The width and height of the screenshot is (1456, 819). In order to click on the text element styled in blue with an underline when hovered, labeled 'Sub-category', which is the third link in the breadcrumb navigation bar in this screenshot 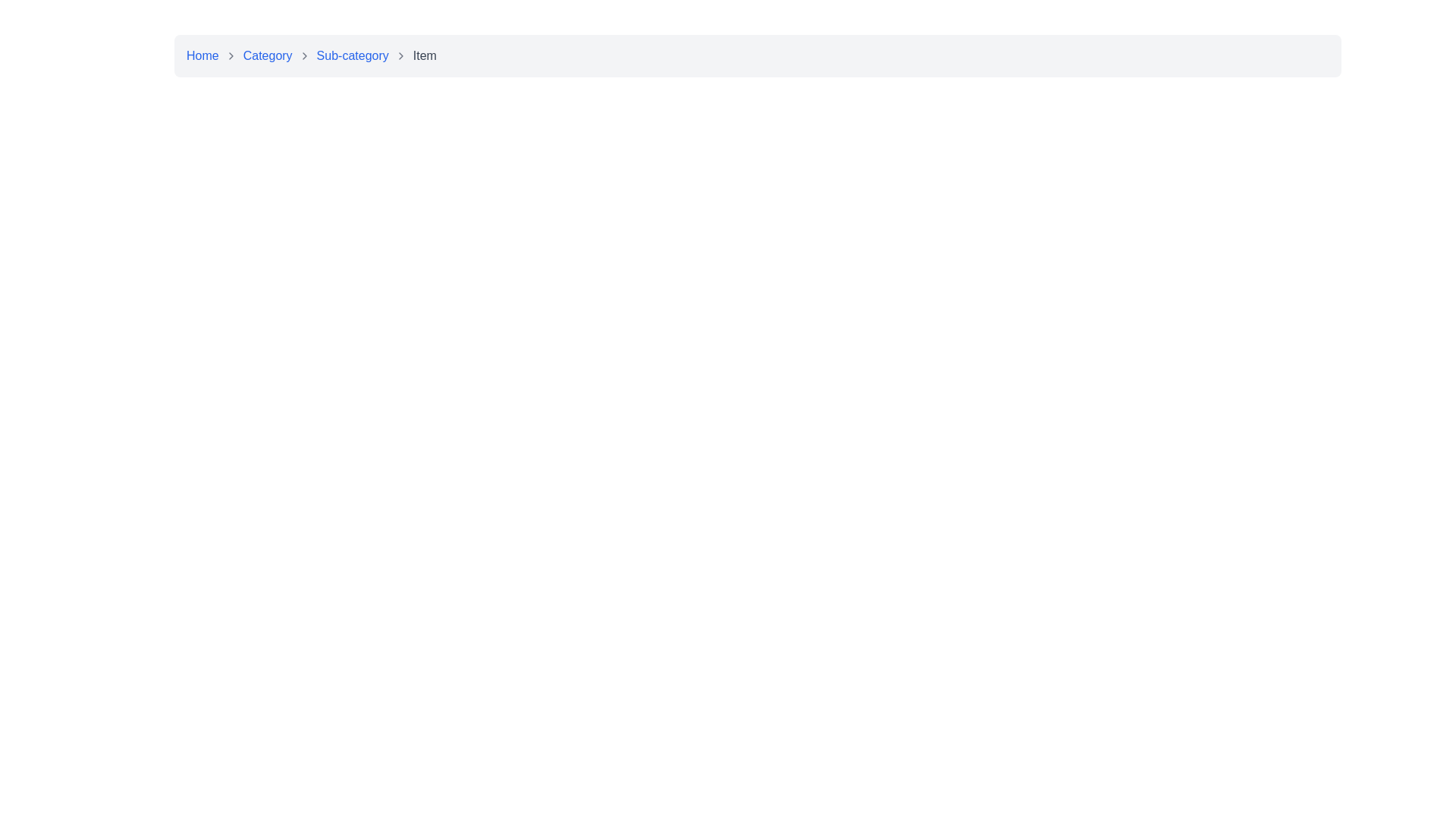, I will do `click(352, 55)`.